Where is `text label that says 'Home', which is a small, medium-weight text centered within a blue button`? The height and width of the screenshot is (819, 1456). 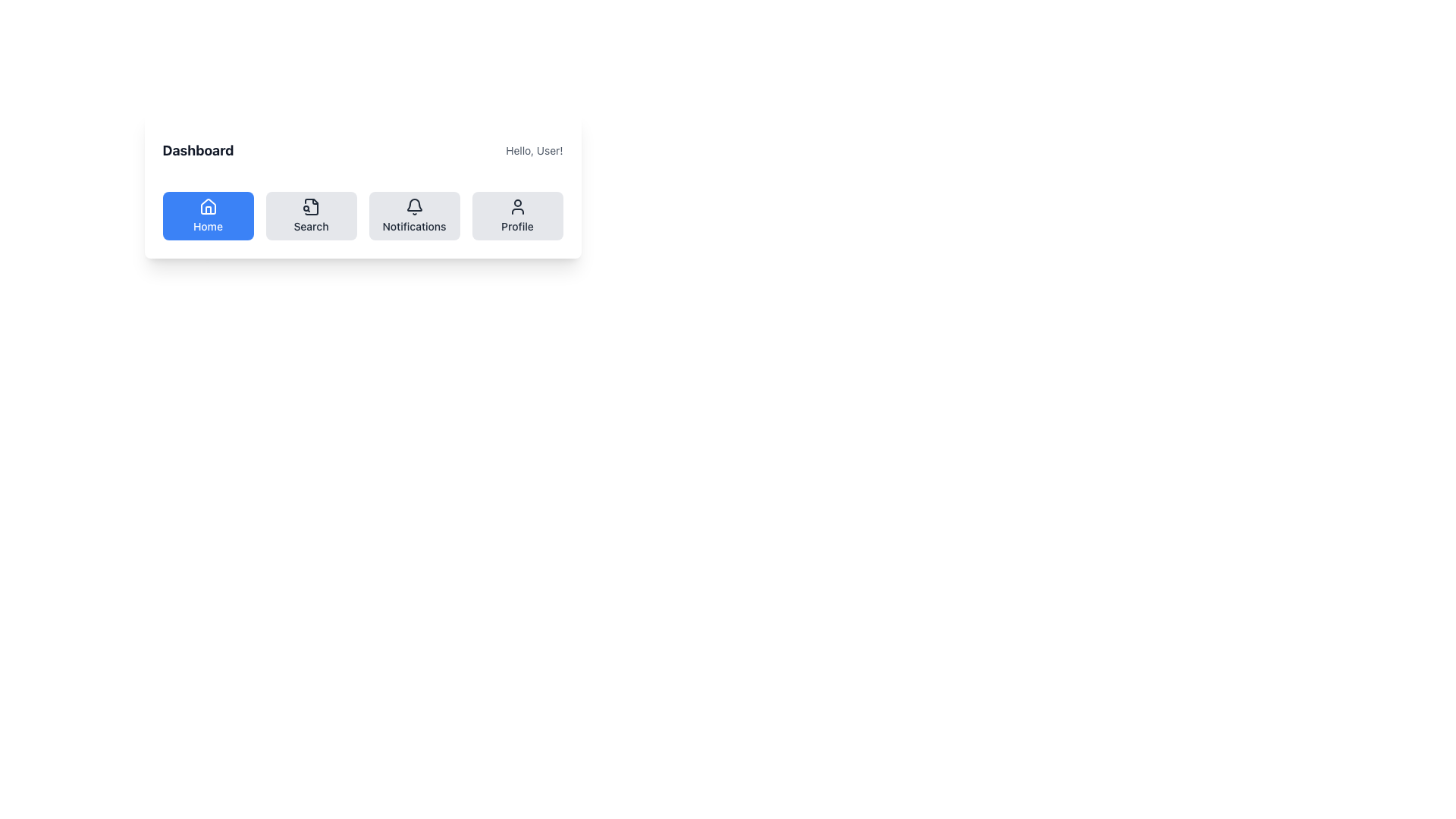 text label that says 'Home', which is a small, medium-weight text centered within a blue button is located at coordinates (207, 227).